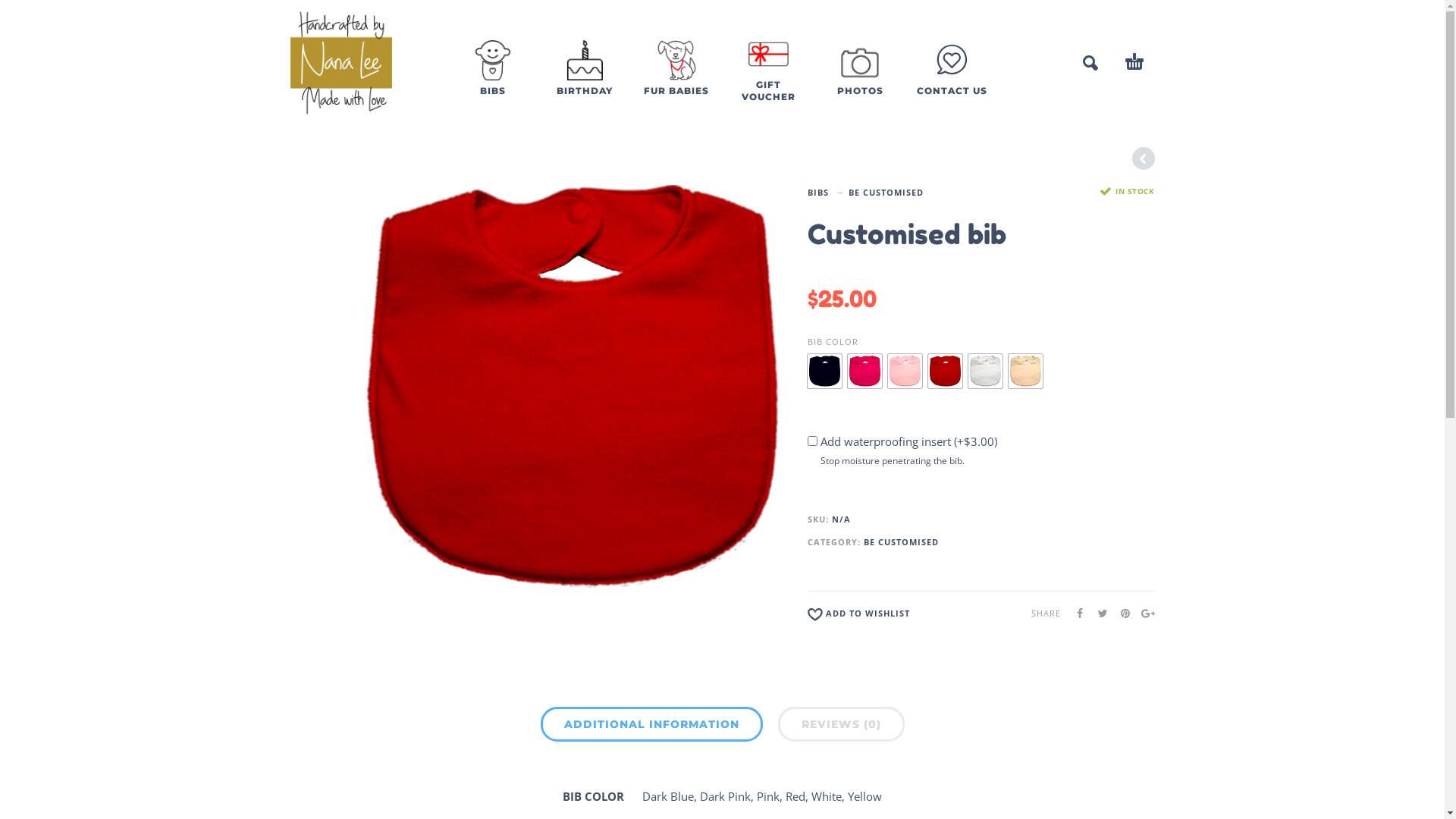 Image resolution: width=1456 pixels, height=819 pixels. Describe the element at coordinates (767, 80) in the screenshot. I see `'GIFT VOUCHER'` at that location.